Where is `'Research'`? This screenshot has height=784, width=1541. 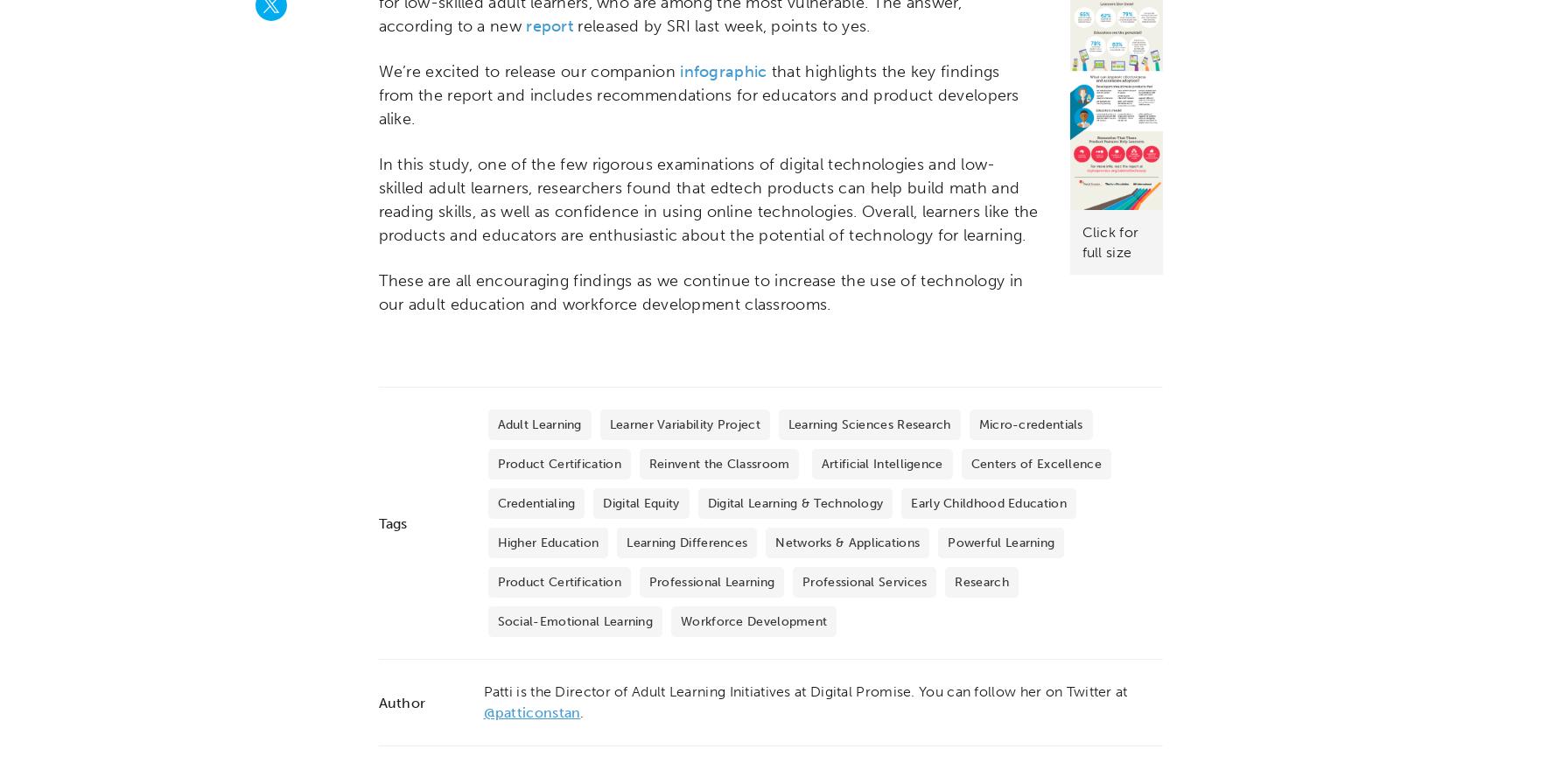 'Research' is located at coordinates (980, 582).